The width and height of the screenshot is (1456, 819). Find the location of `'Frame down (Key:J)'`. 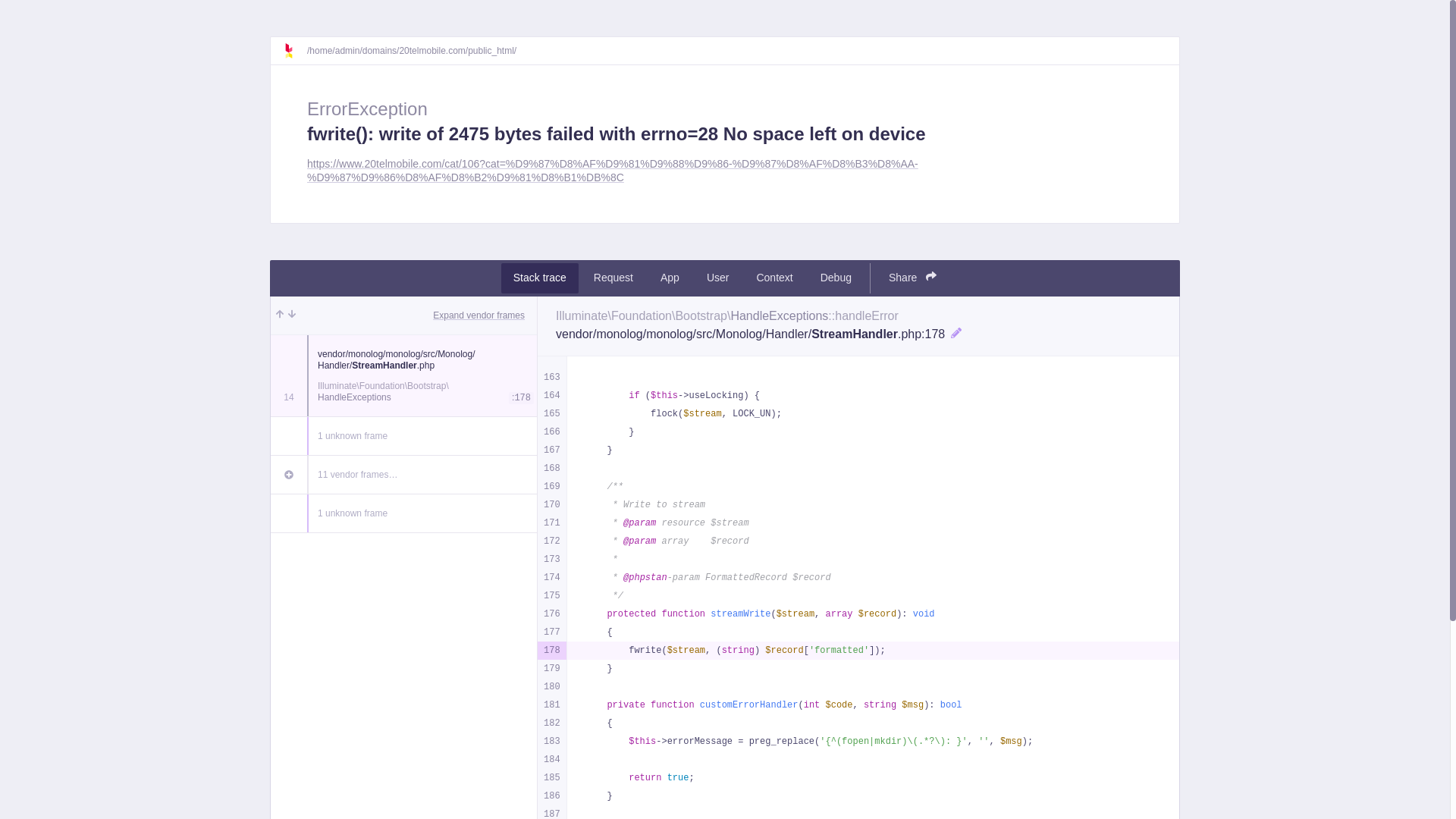

'Frame down (Key:J)' is located at coordinates (291, 314).